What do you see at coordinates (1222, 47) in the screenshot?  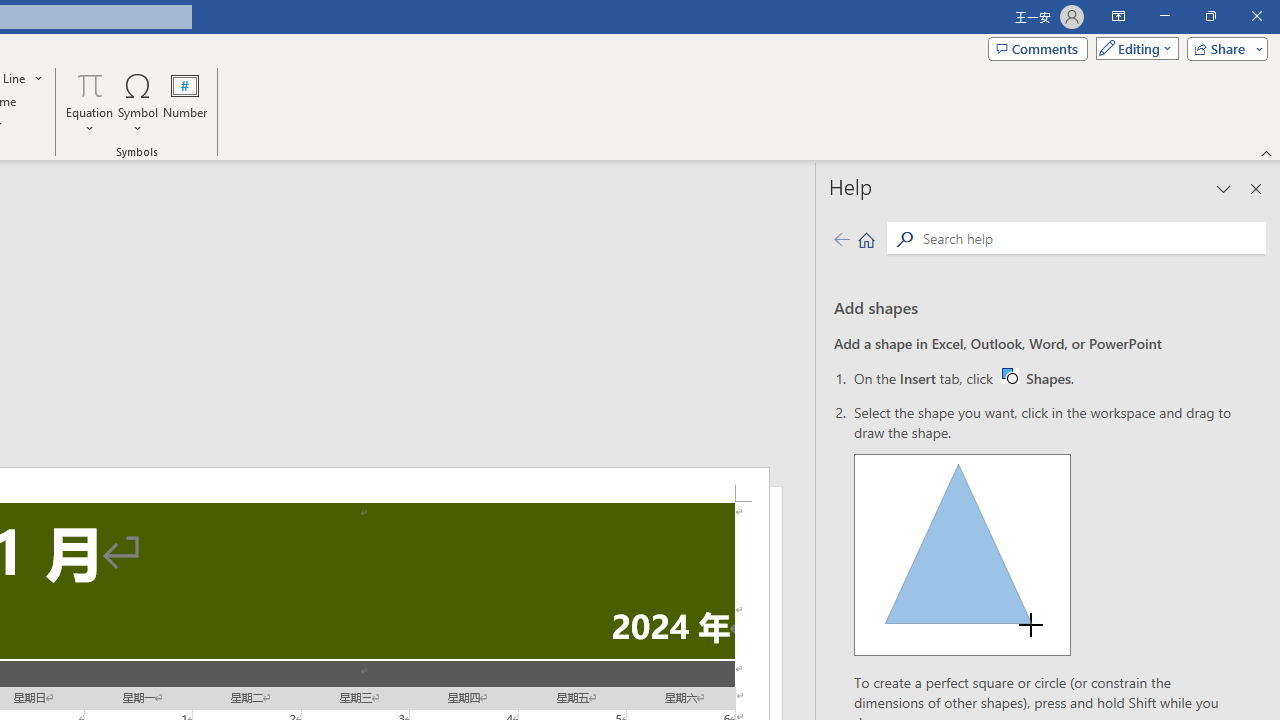 I see `'Share'` at bounding box center [1222, 47].